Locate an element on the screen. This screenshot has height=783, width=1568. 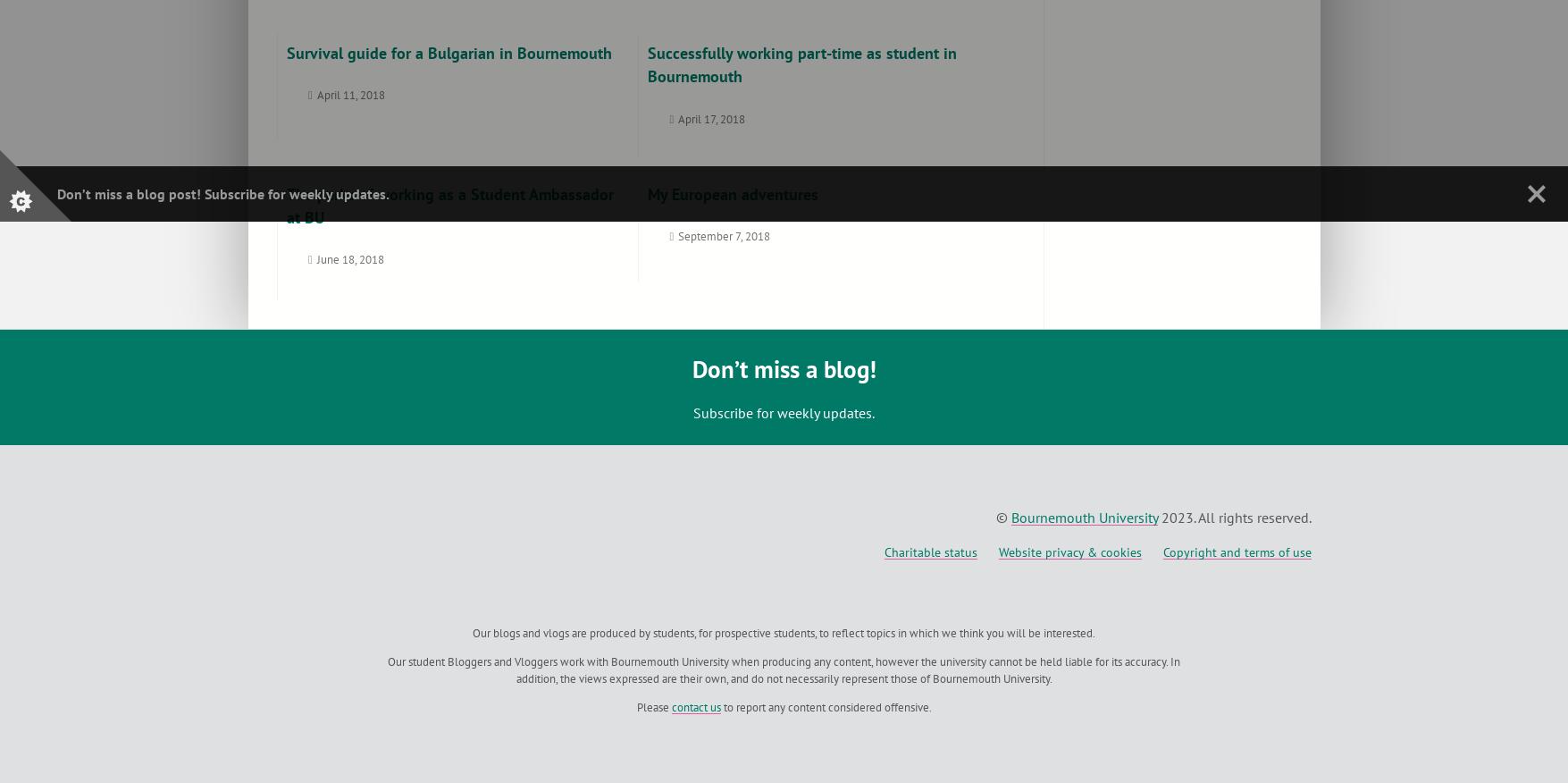
'Subscribe' is located at coordinates (234, 193).